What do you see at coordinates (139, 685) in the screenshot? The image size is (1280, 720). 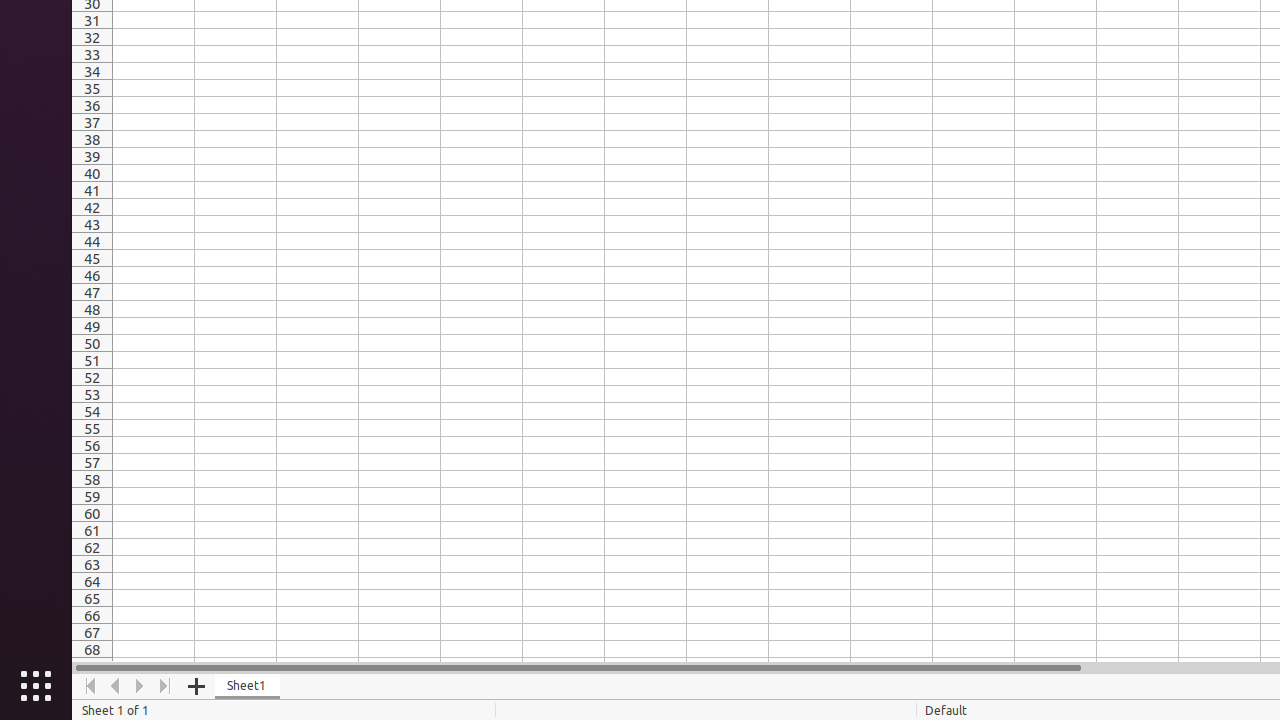 I see `'Move Right'` at bounding box center [139, 685].